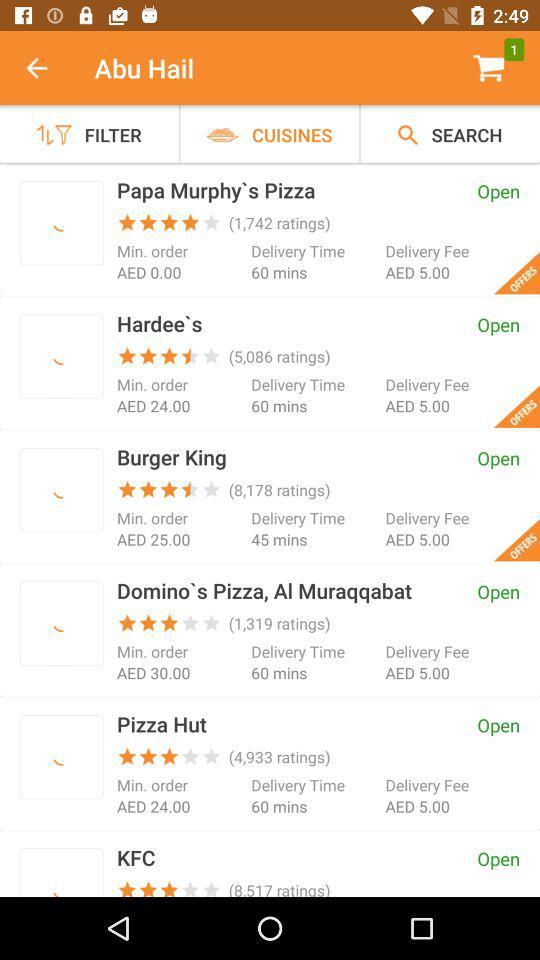  What do you see at coordinates (61, 489) in the screenshot?
I see `burger king to order from` at bounding box center [61, 489].